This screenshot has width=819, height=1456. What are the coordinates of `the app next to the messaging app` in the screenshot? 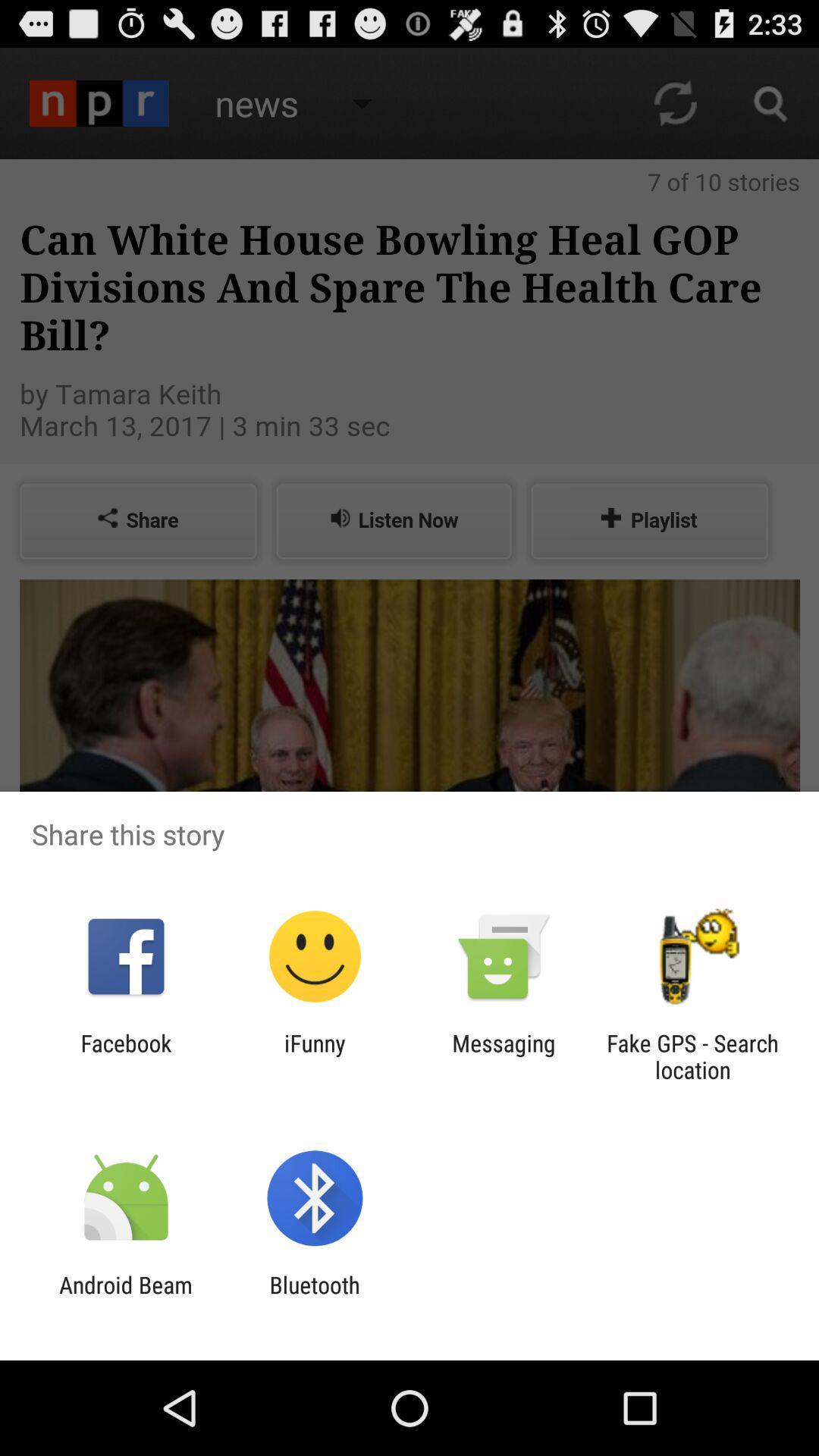 It's located at (692, 1056).